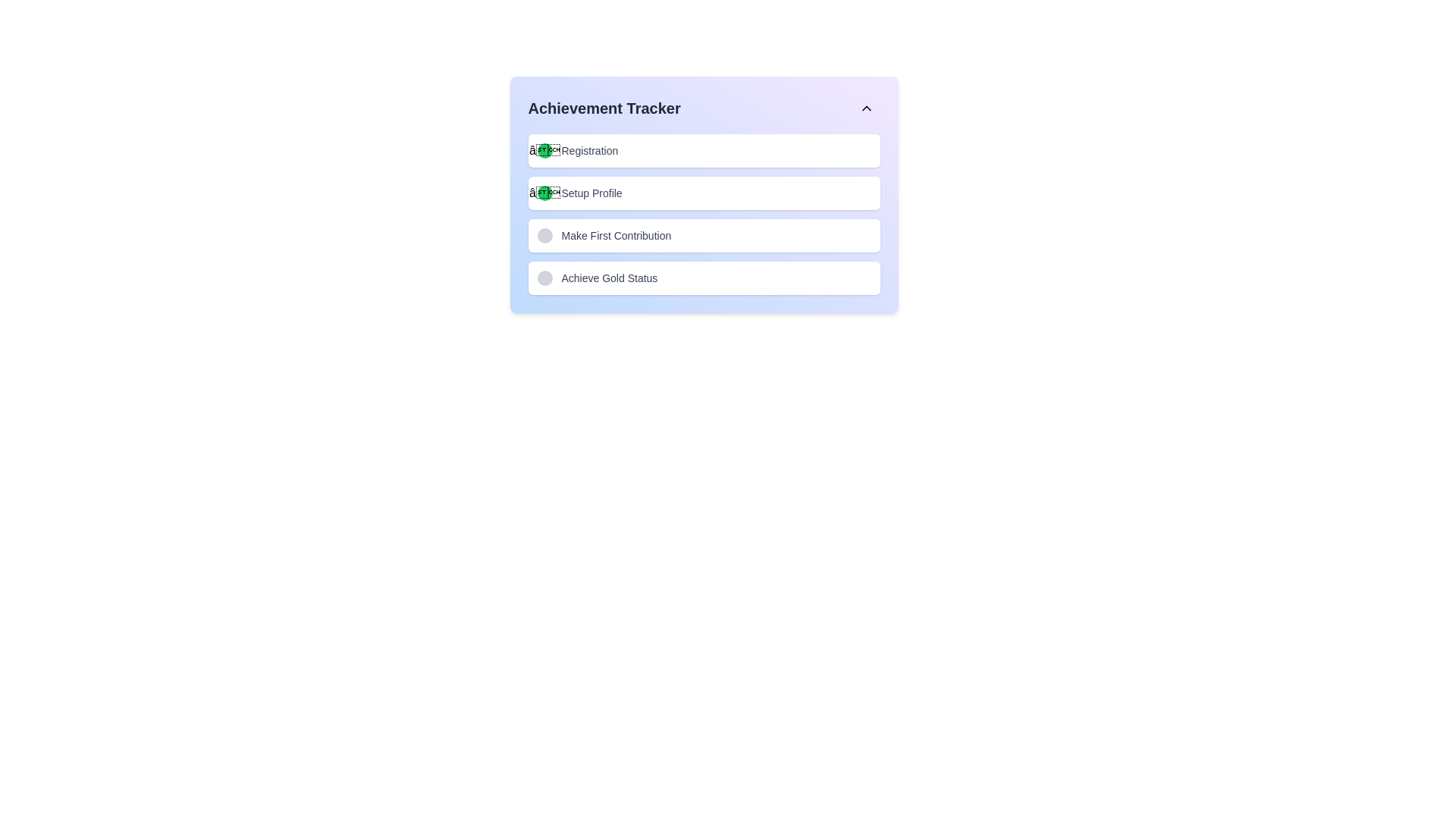  What do you see at coordinates (866, 107) in the screenshot?
I see `the upward-pointing chevron icon within the circular button located at the top-right corner of the 'Achievement Tracker' card` at bounding box center [866, 107].